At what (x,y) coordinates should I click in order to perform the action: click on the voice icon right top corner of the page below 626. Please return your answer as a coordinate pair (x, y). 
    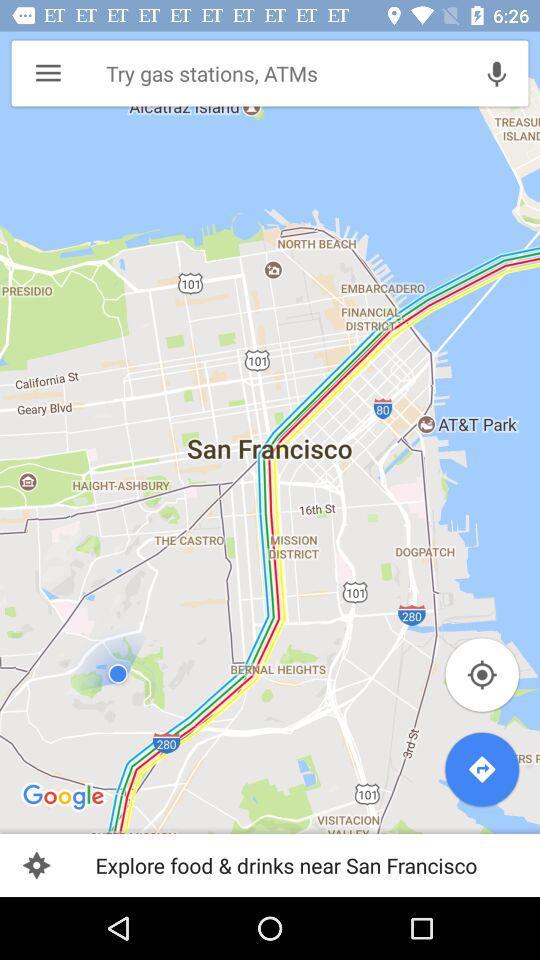
    Looking at the image, I should click on (495, 73).